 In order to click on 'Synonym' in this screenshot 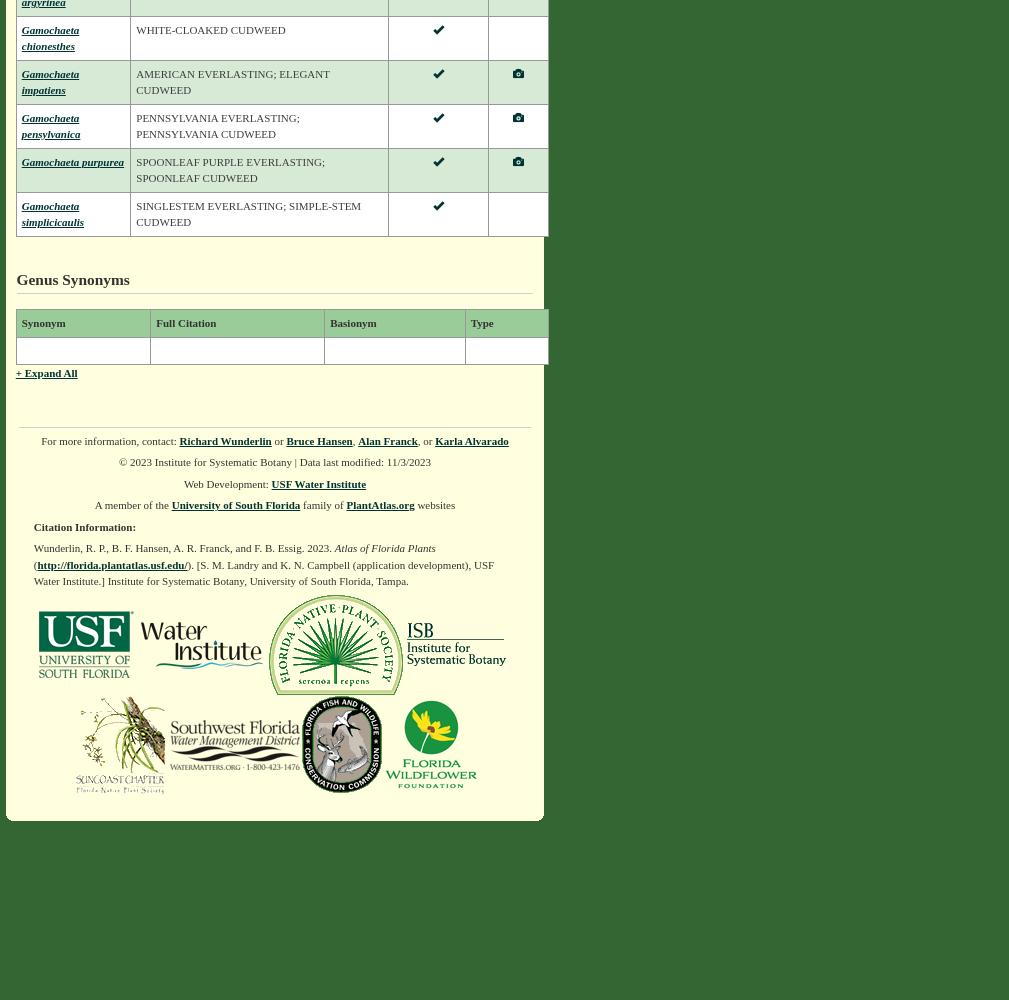, I will do `click(41, 322)`.